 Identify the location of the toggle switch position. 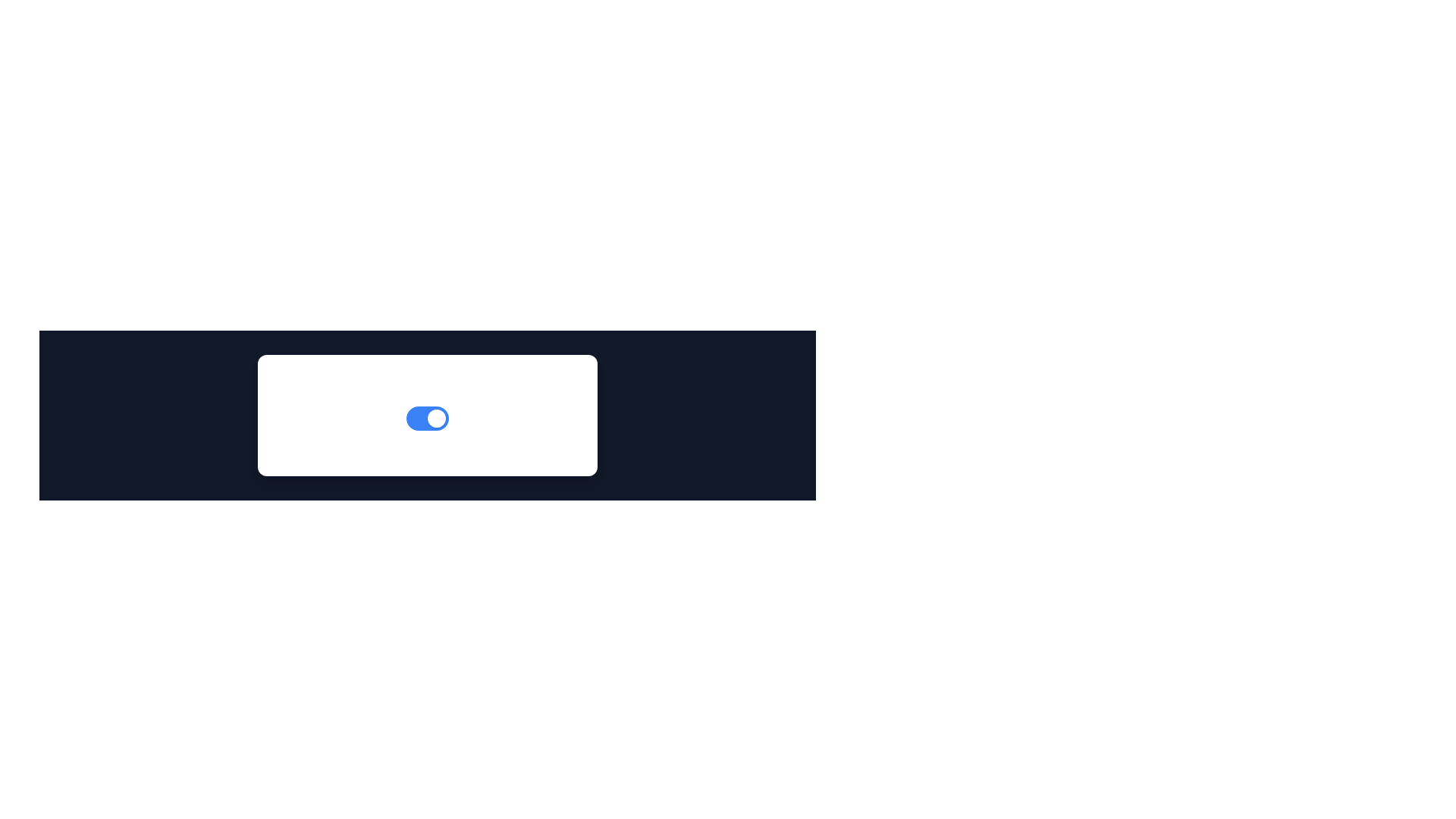
(431, 418).